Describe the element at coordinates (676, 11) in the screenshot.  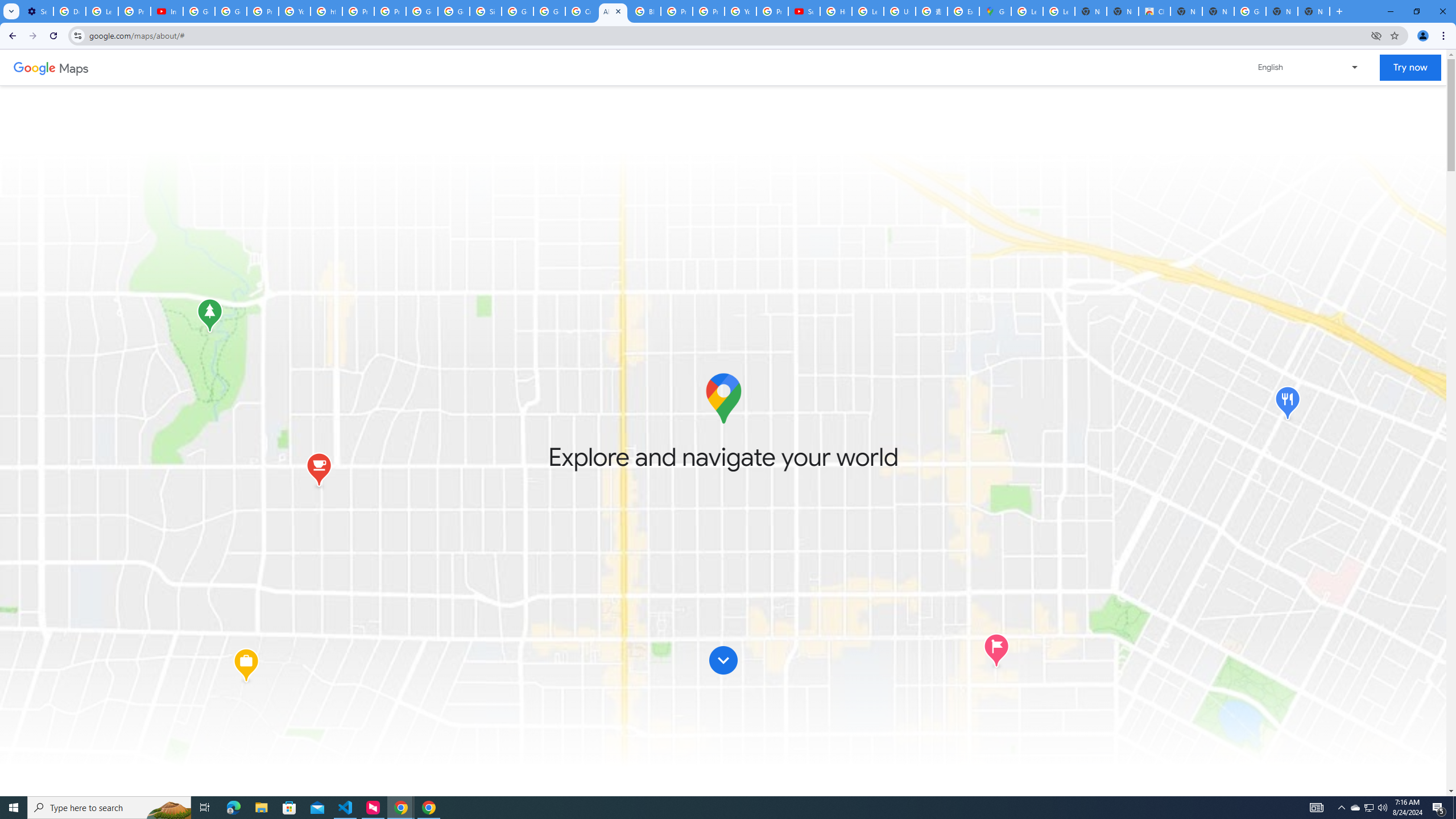
I see `'Privacy Help Center - Policies Help'` at that location.